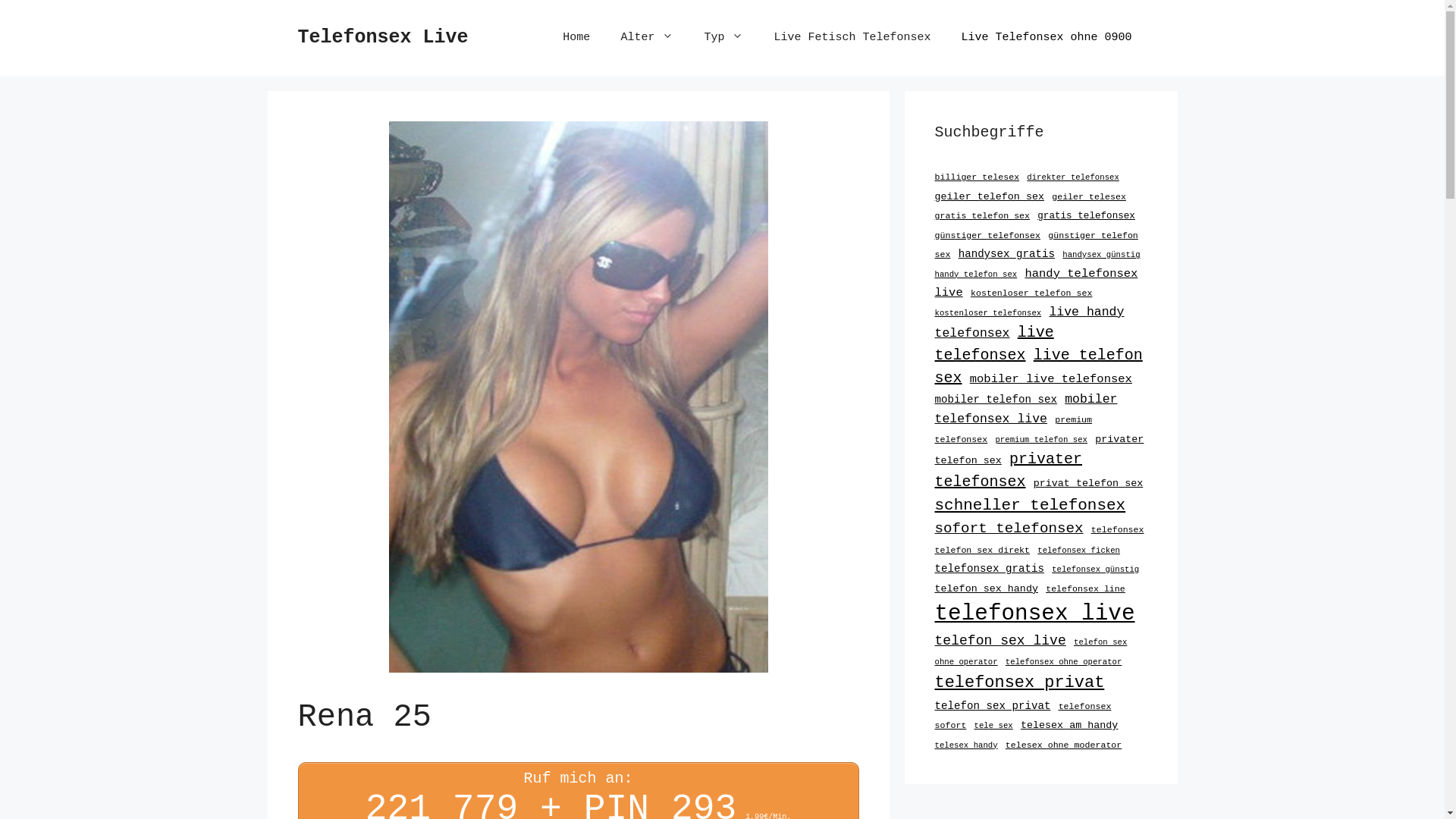 This screenshot has height=819, width=1456. What do you see at coordinates (723, 37) in the screenshot?
I see `'Typ'` at bounding box center [723, 37].